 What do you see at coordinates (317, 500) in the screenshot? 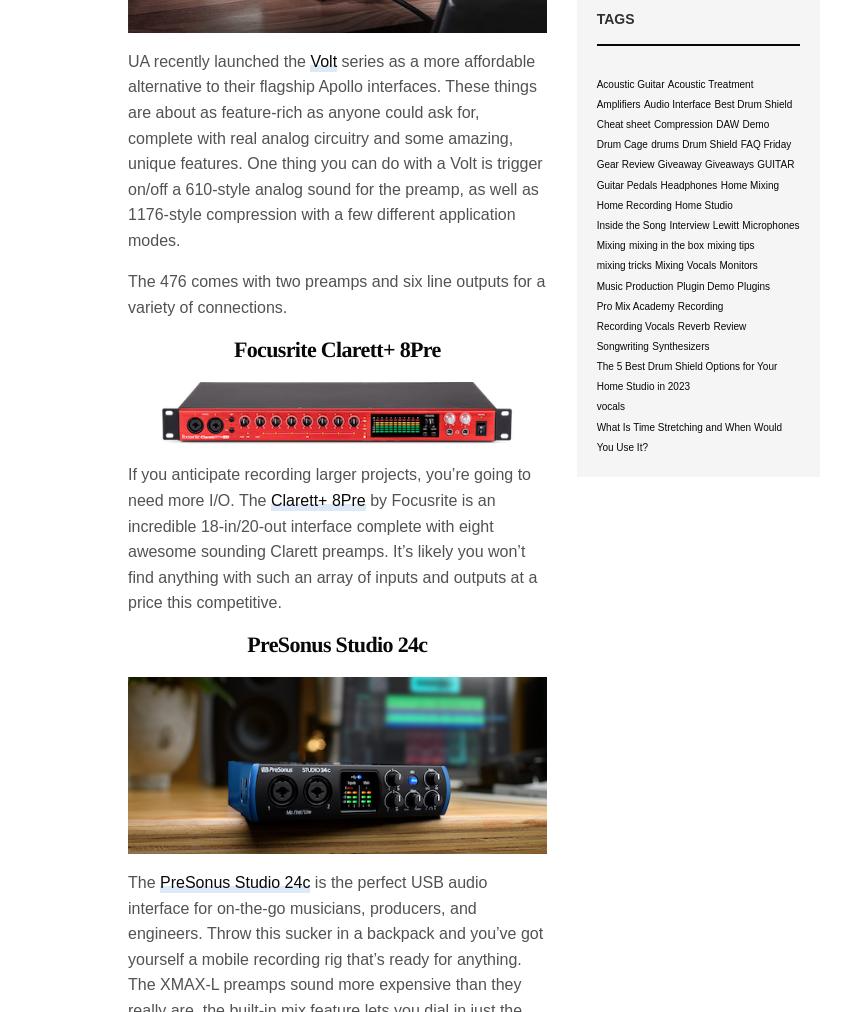
I see `'Clarett+ 8Pre'` at bounding box center [317, 500].